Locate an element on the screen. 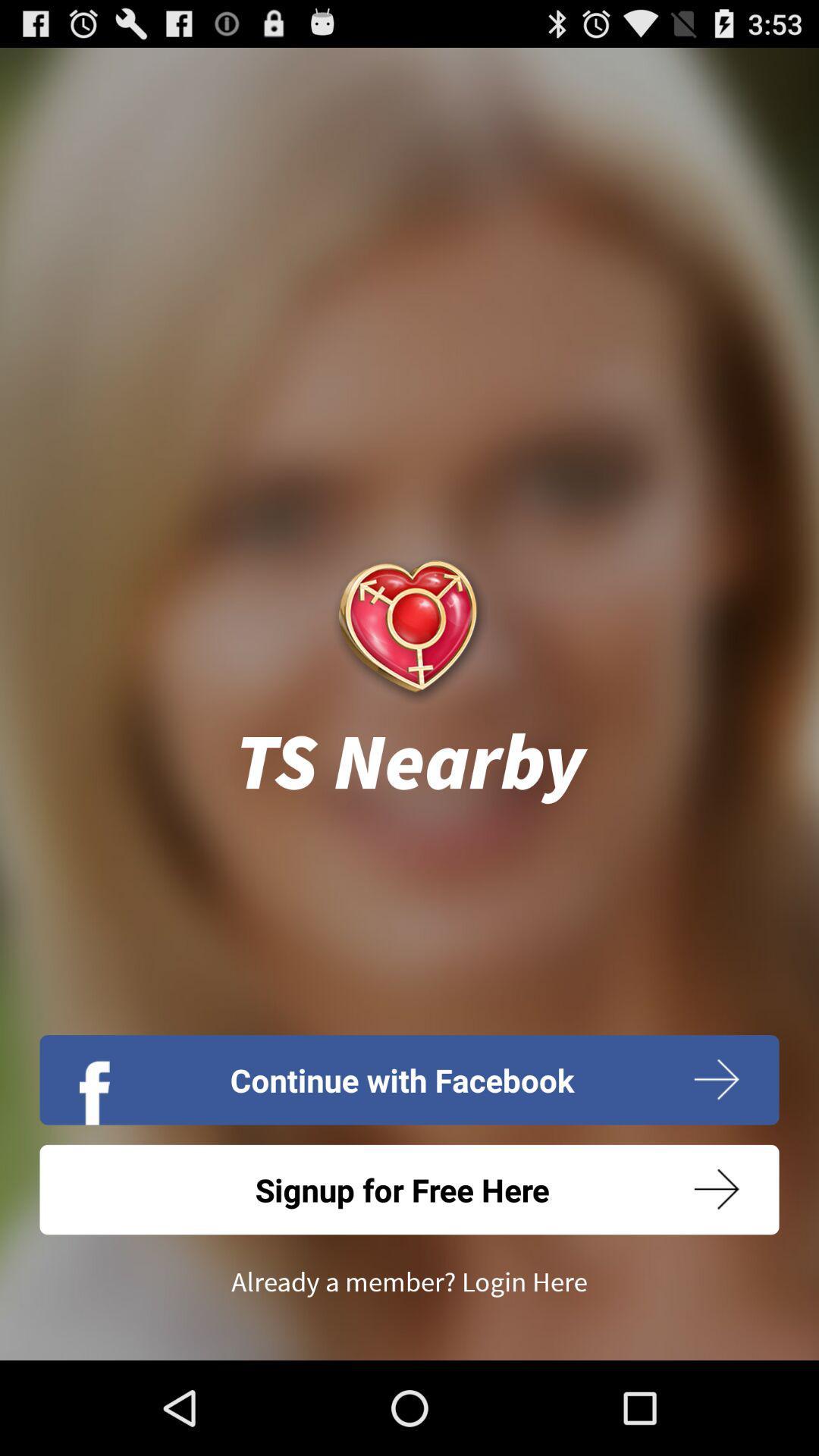 The width and height of the screenshot is (819, 1456). the button above the signup for free item is located at coordinates (409, 1079).